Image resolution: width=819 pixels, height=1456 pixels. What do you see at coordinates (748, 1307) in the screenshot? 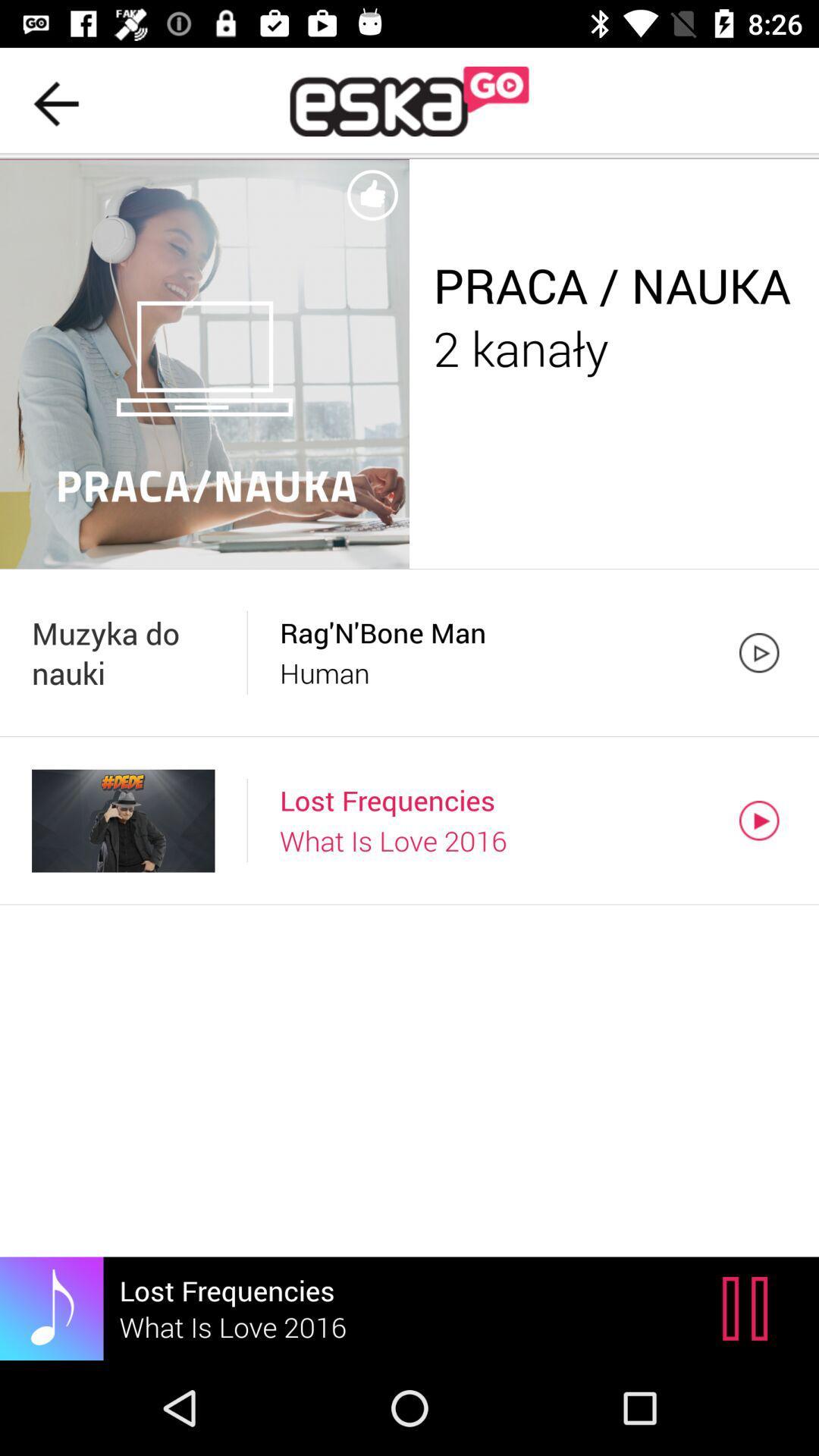
I see `the icon at the bottom right corner` at bounding box center [748, 1307].